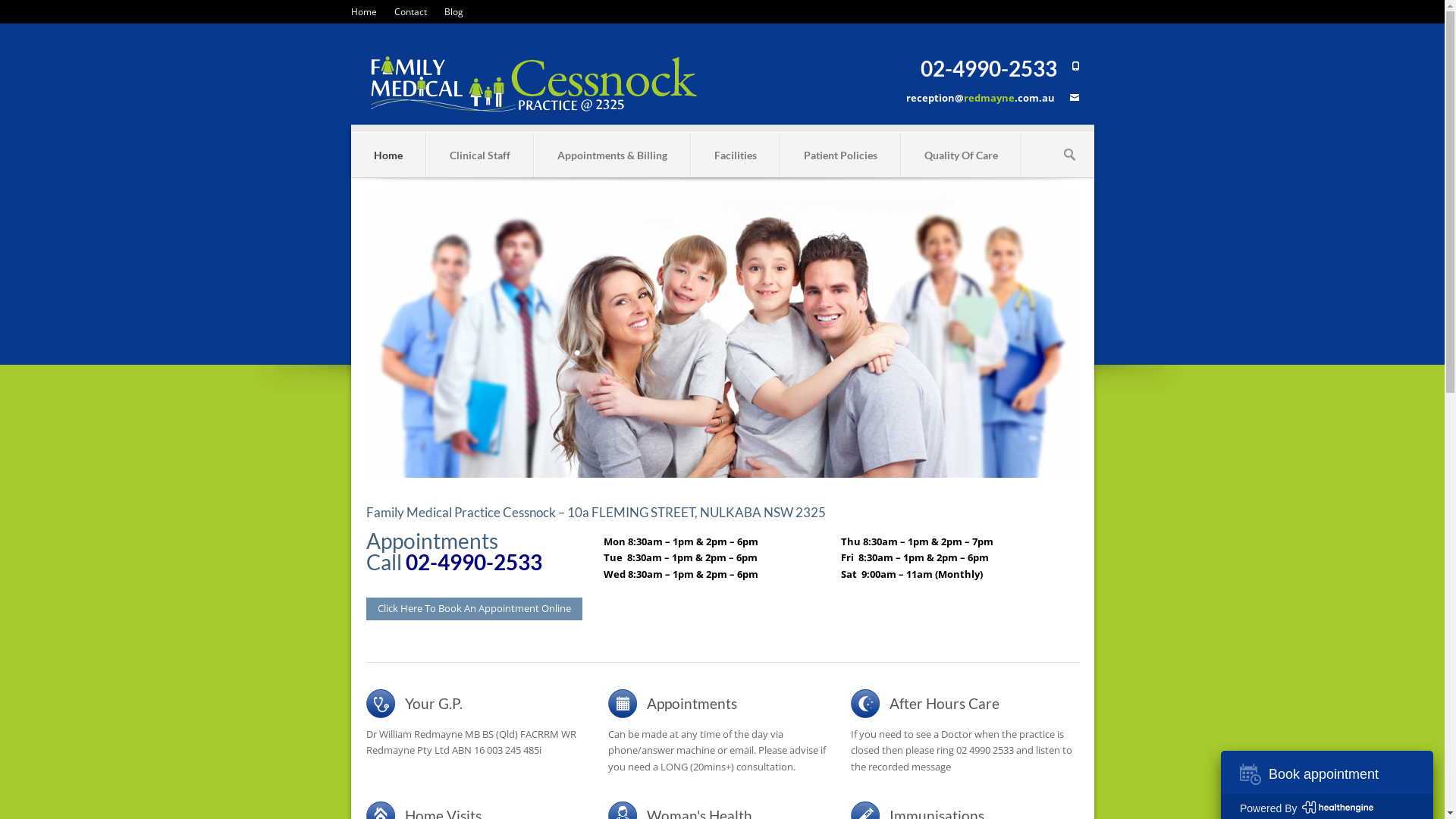  I want to click on 'Blog', so click(453, 11).